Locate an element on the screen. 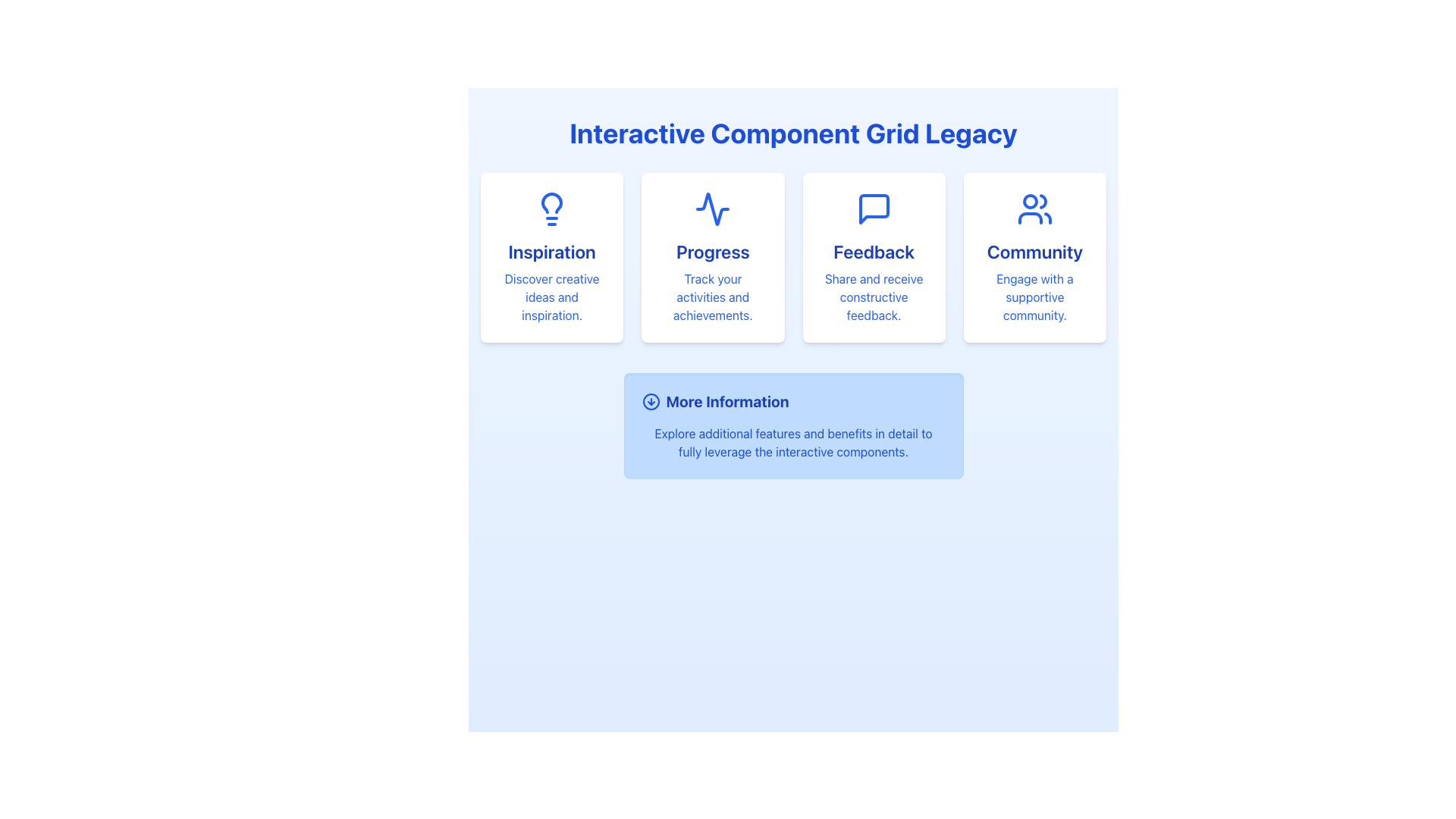 The image size is (1456, 819). the downward-pointing blue arrow icon within a circular outline, located to the left of the 'More Information' text is located at coordinates (651, 400).